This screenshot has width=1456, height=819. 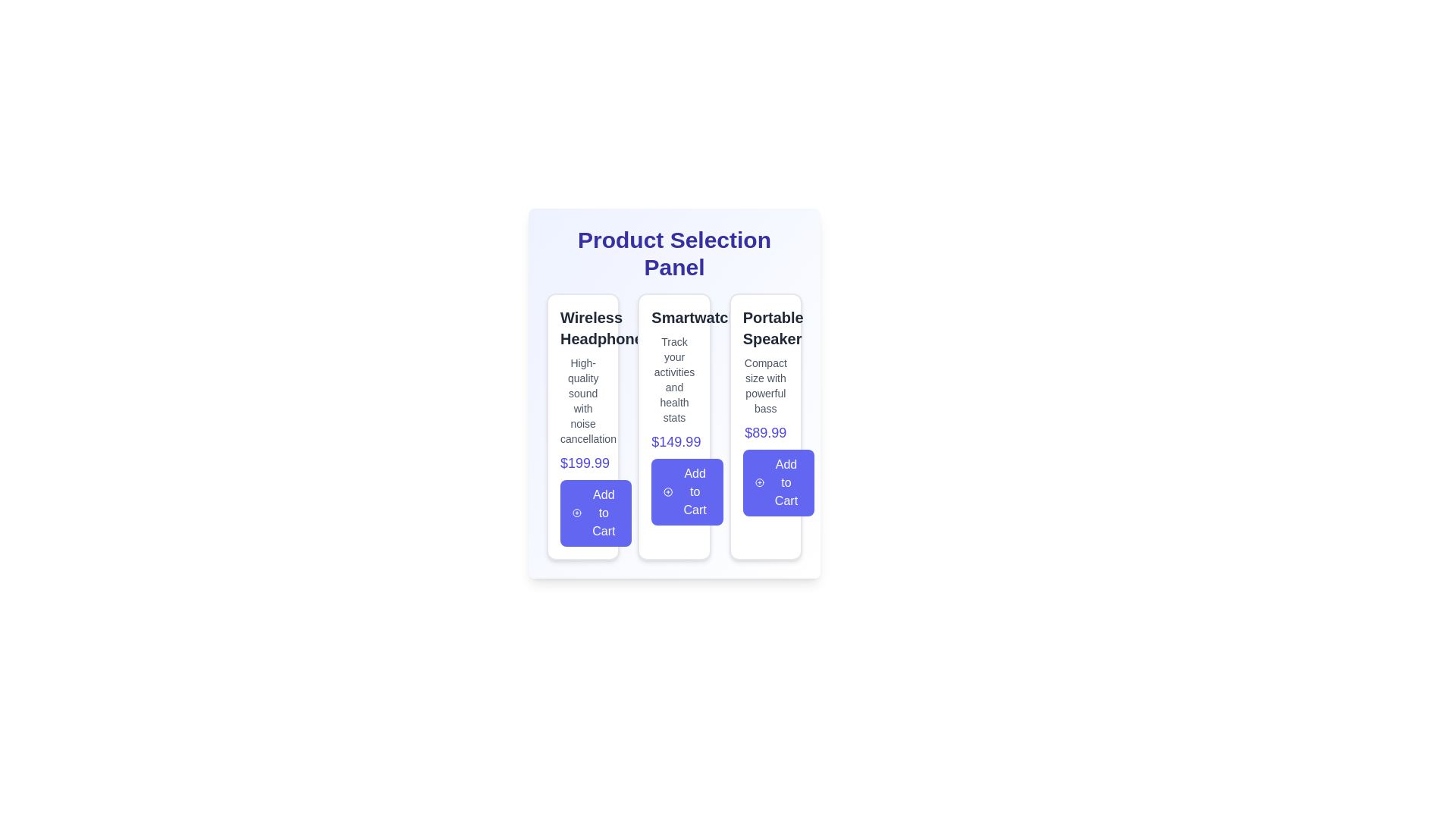 What do you see at coordinates (582, 327) in the screenshot?
I see `static text label that displays 'Wireless Headphones', which is prominently featured in dark gray font at the top-left of the product card section` at bounding box center [582, 327].